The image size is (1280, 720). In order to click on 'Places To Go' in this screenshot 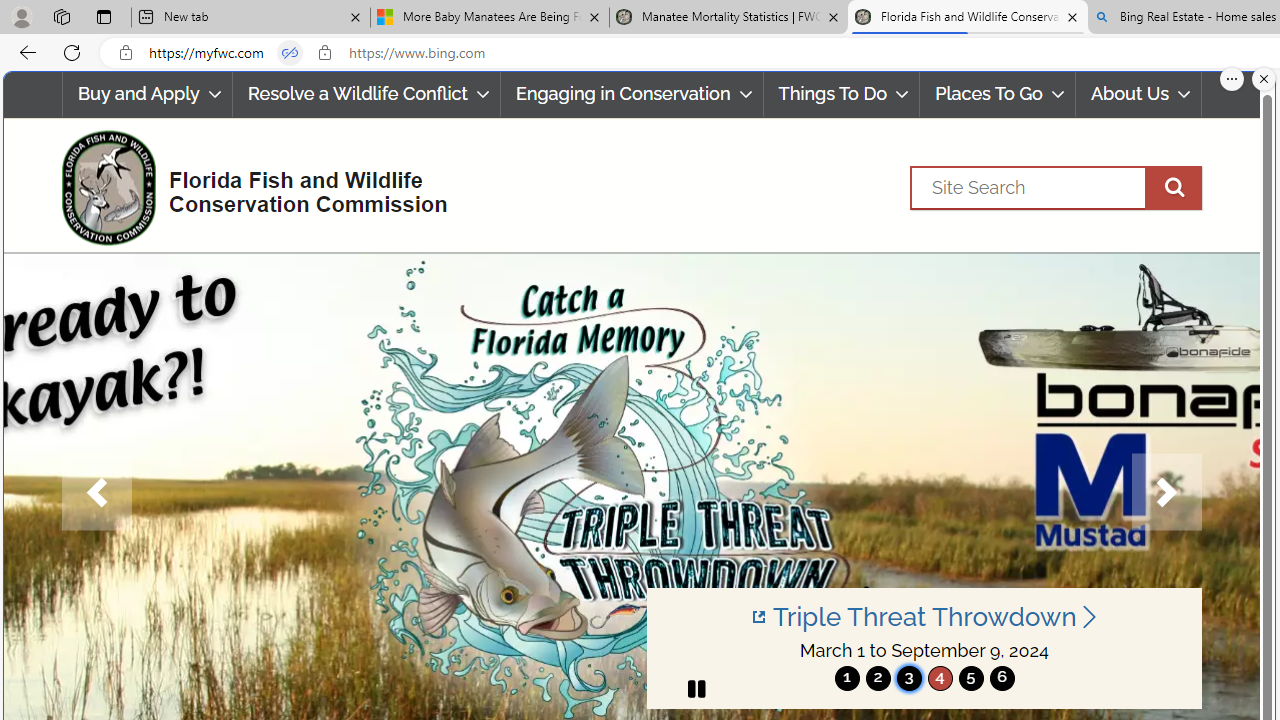, I will do `click(998, 94)`.